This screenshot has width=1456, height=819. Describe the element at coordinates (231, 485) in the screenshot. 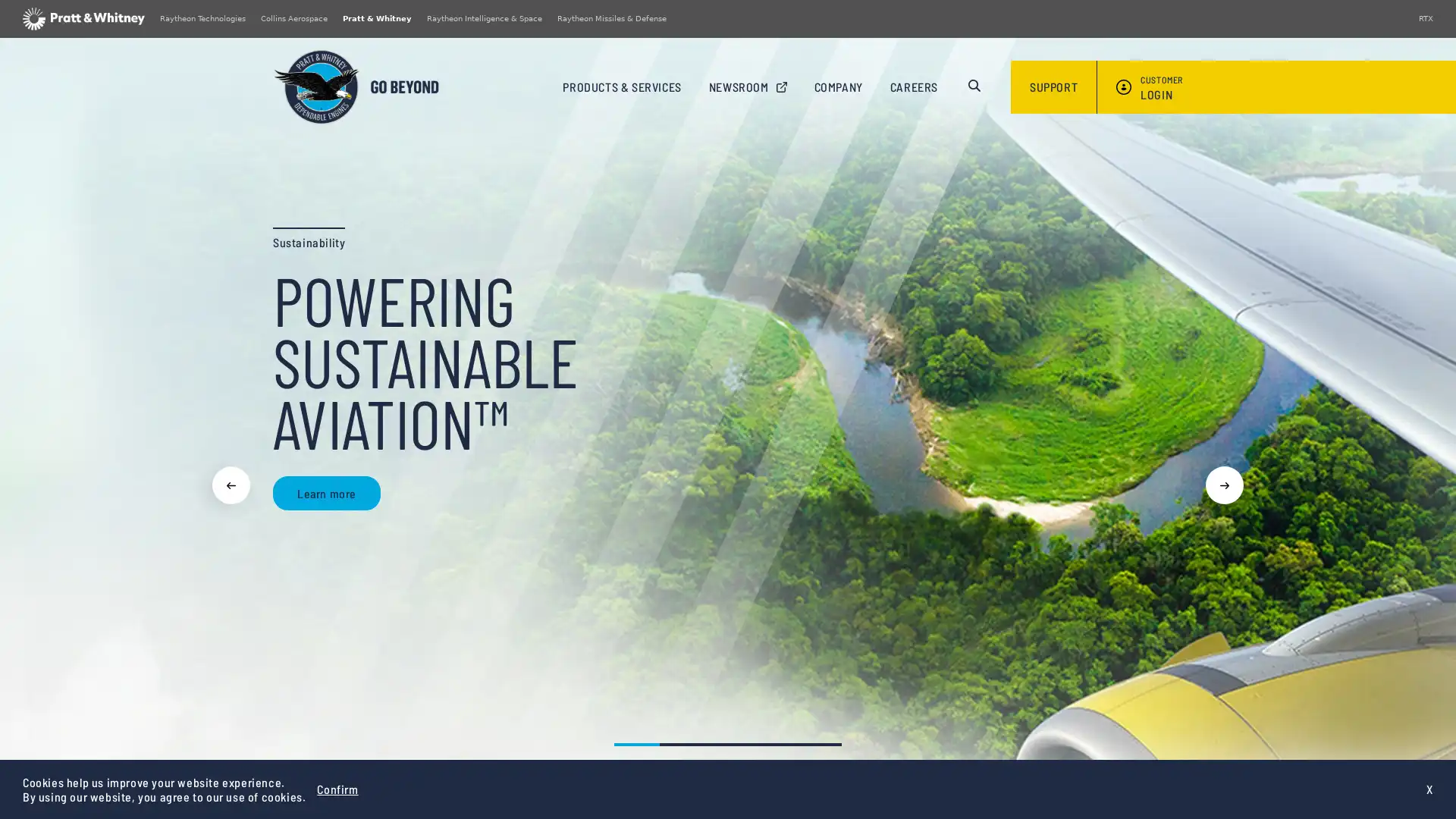

I see `Previous slide` at that location.